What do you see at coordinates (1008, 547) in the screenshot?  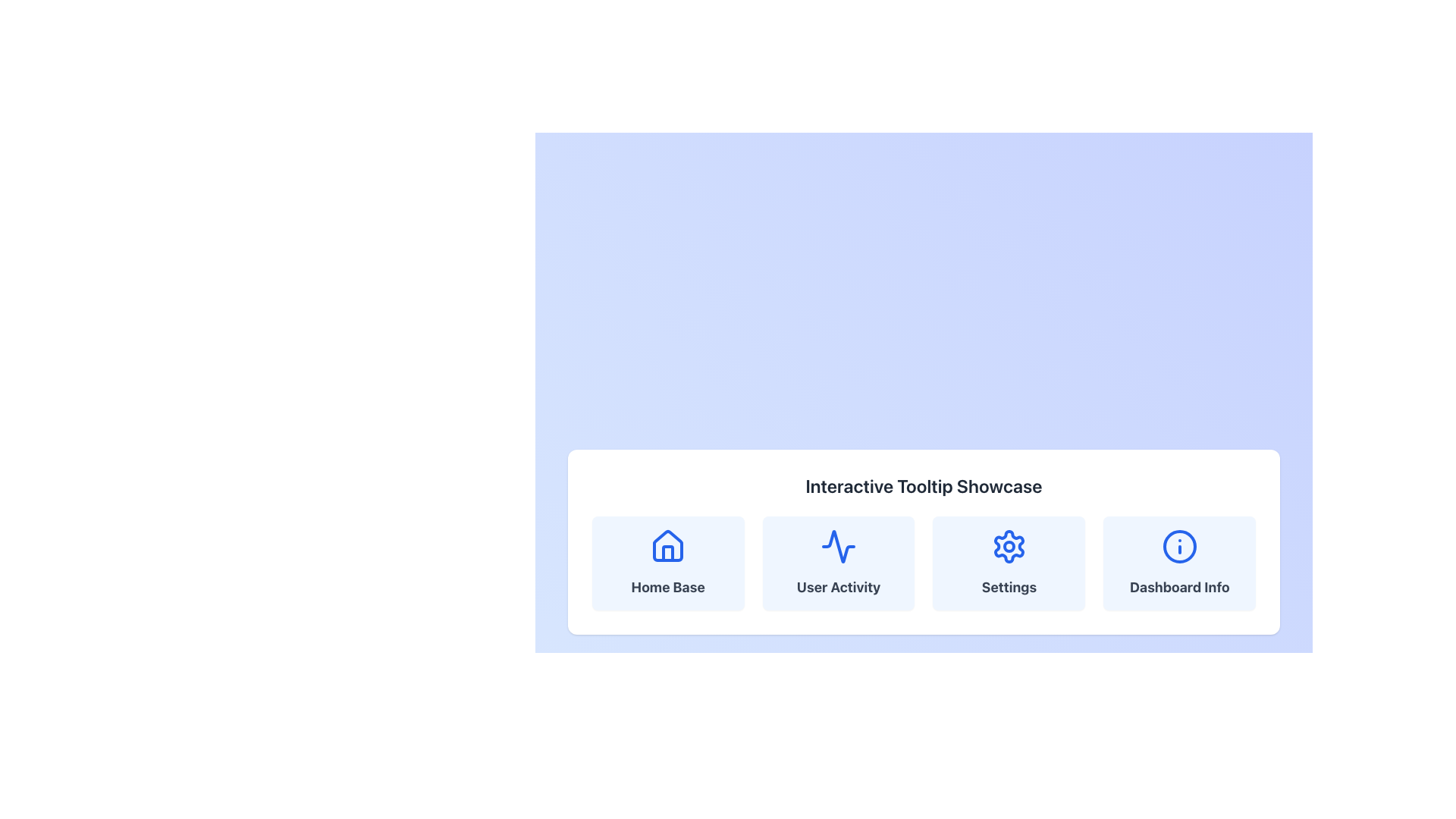 I see `the settings icon button located in the third section of the row of four buttons at the bottom of the interface` at bounding box center [1008, 547].